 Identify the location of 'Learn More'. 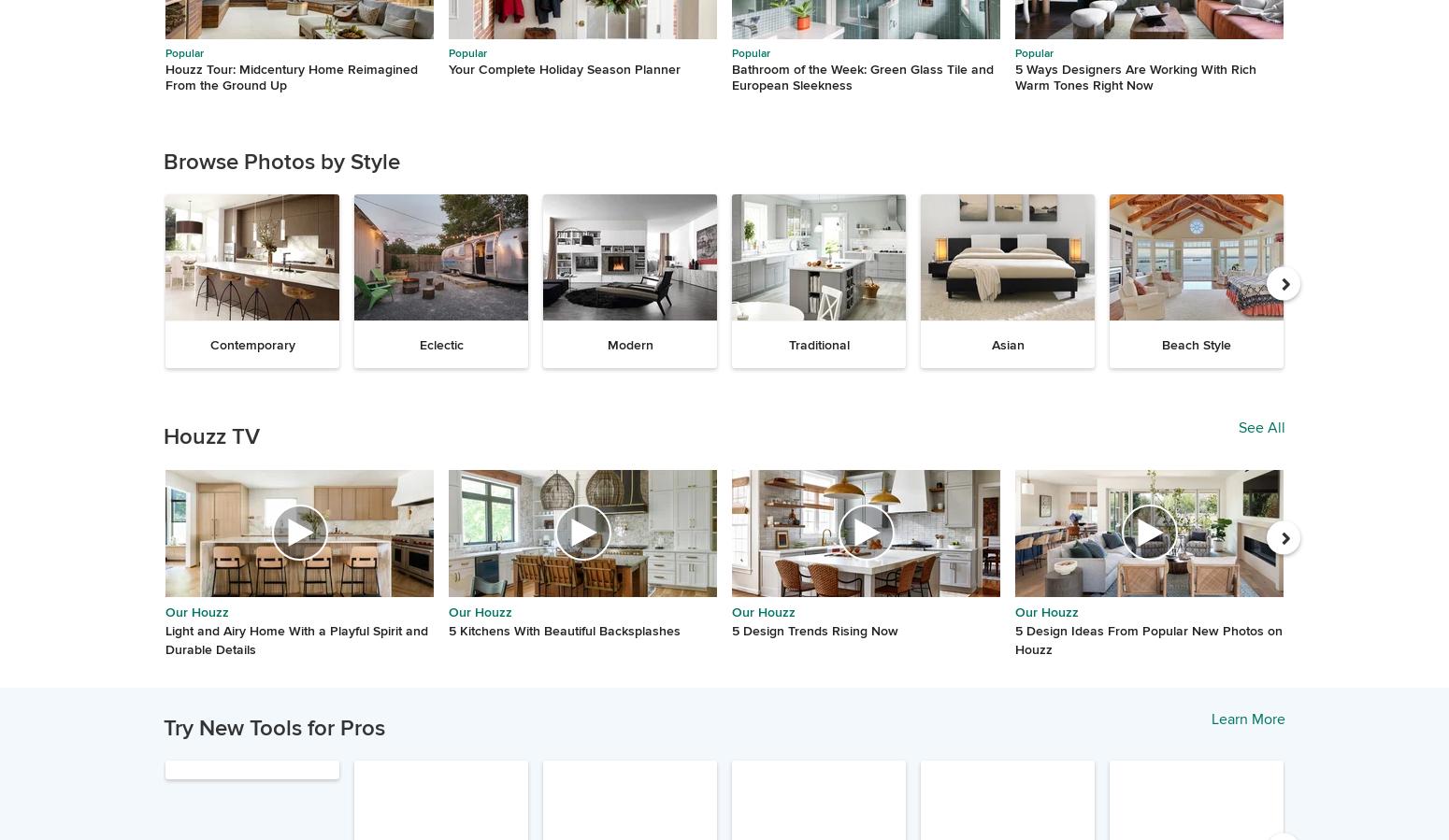
(1248, 719).